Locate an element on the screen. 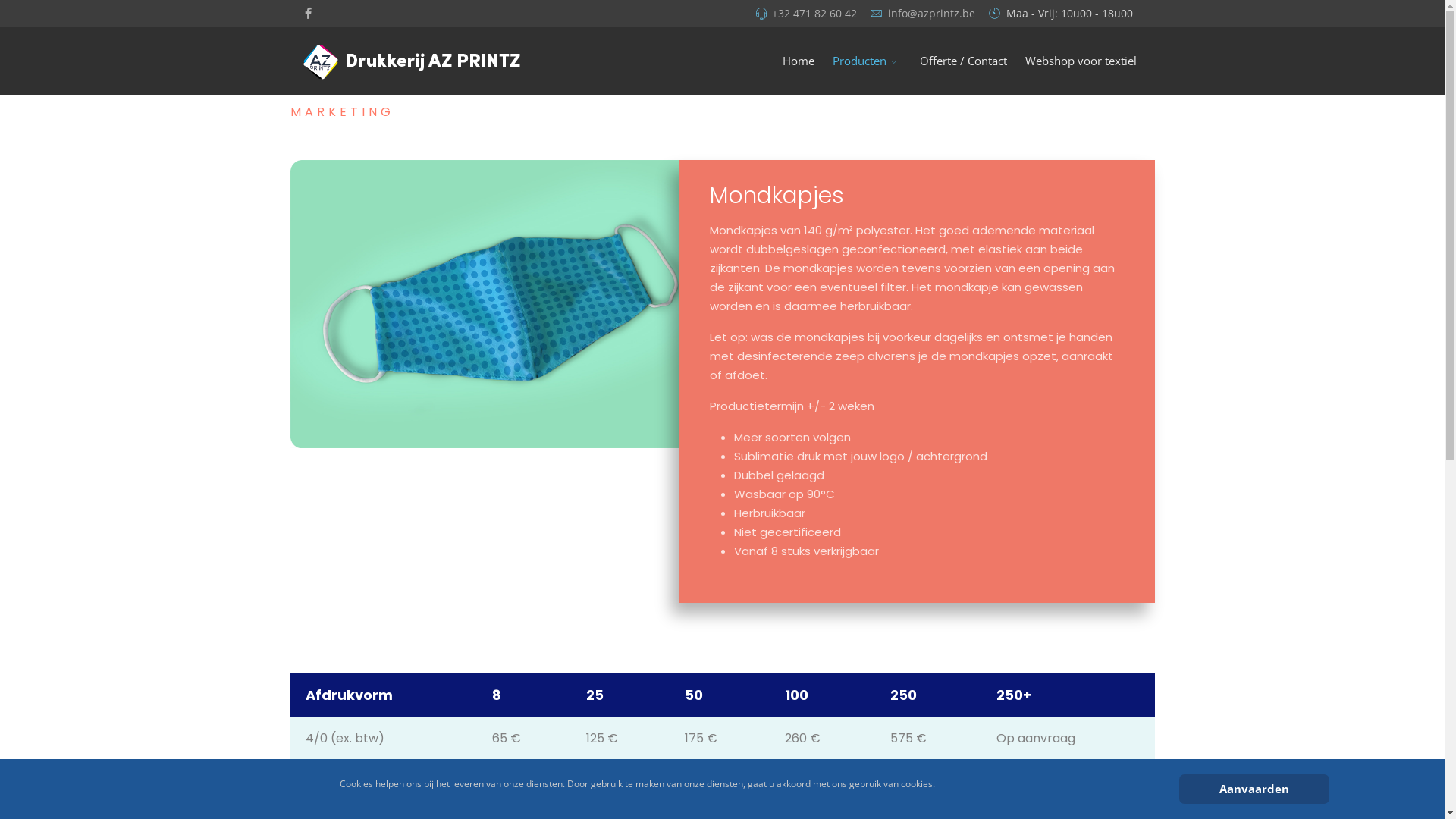 Image resolution: width=1456 pixels, height=819 pixels. 'Producten' is located at coordinates (822, 60).